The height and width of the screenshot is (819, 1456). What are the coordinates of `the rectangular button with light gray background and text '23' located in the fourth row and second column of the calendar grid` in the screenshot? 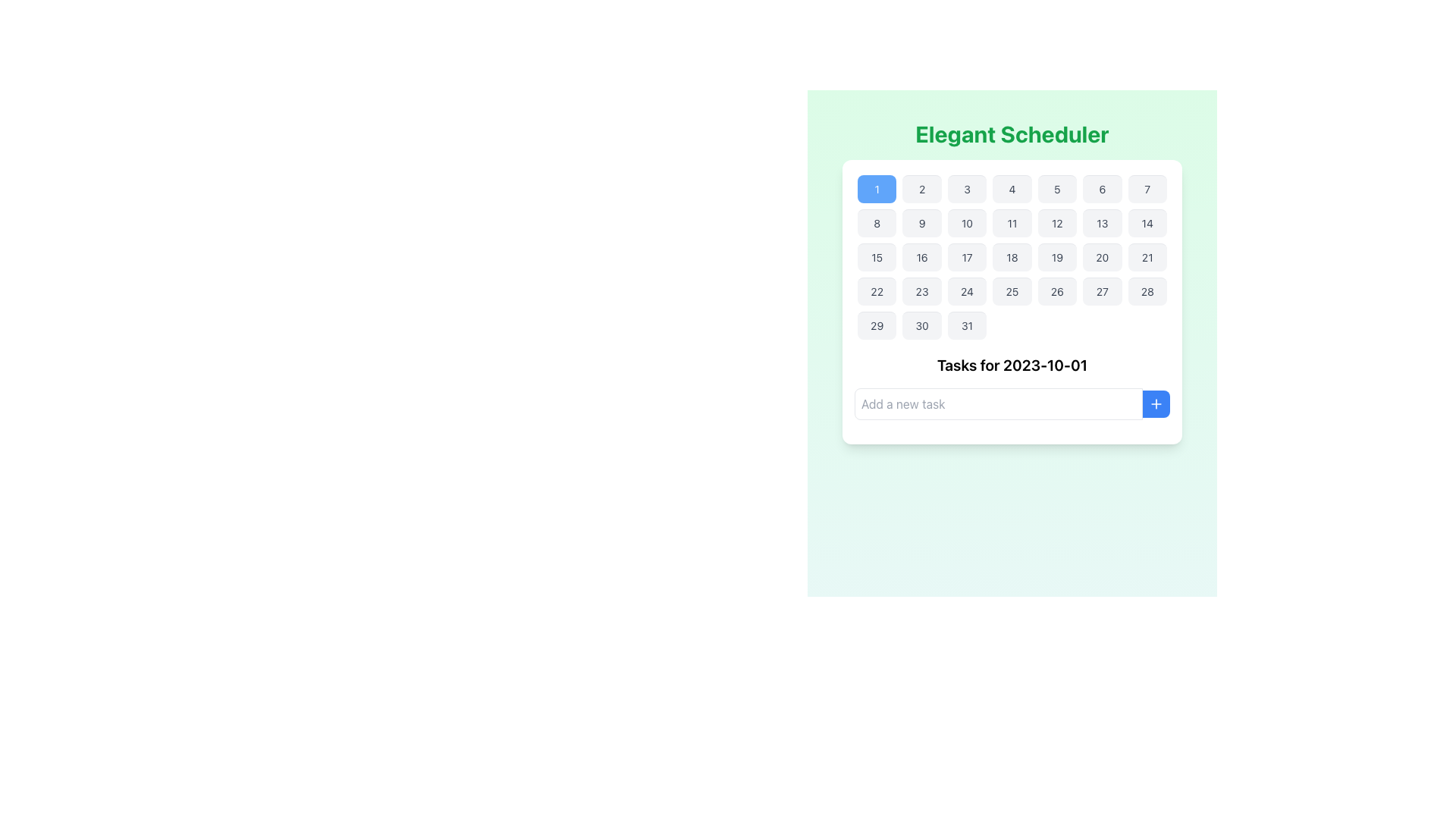 It's located at (921, 291).